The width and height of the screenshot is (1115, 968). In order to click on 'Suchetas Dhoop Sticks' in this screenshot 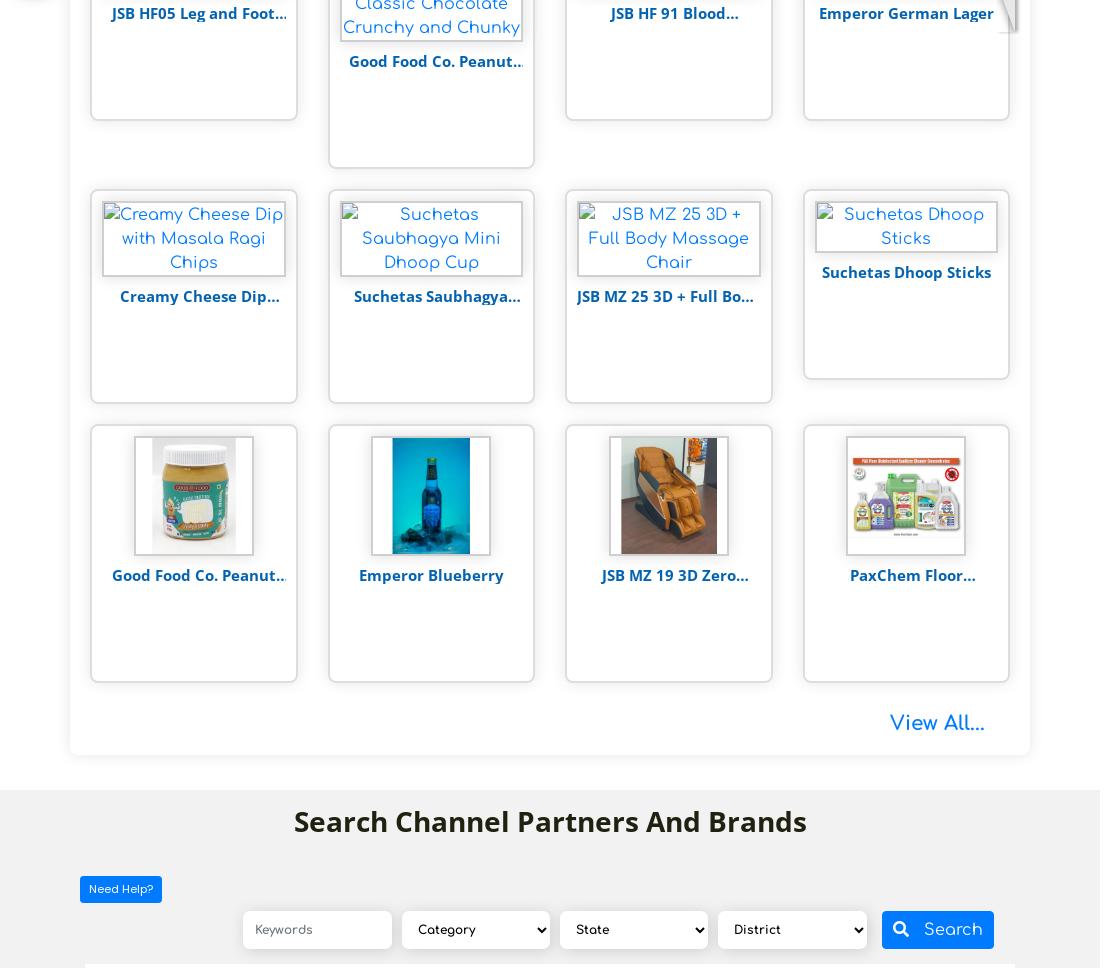, I will do `click(905, 271)`.